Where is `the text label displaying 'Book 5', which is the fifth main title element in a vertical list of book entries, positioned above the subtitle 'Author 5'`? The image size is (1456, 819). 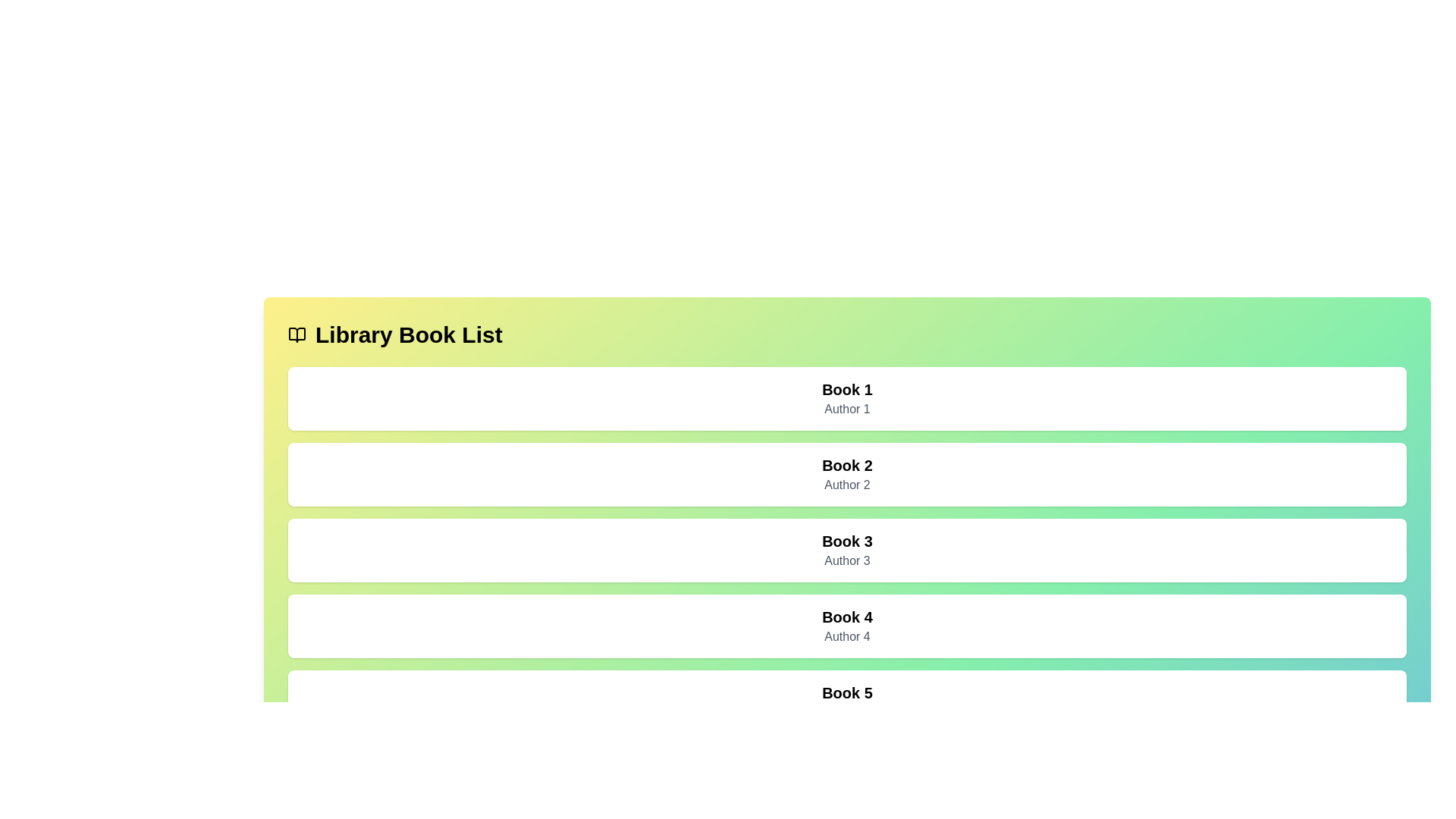
the text label displaying 'Book 5', which is the fifth main title element in a vertical list of book entries, positioned above the subtitle 'Author 5' is located at coordinates (846, 693).